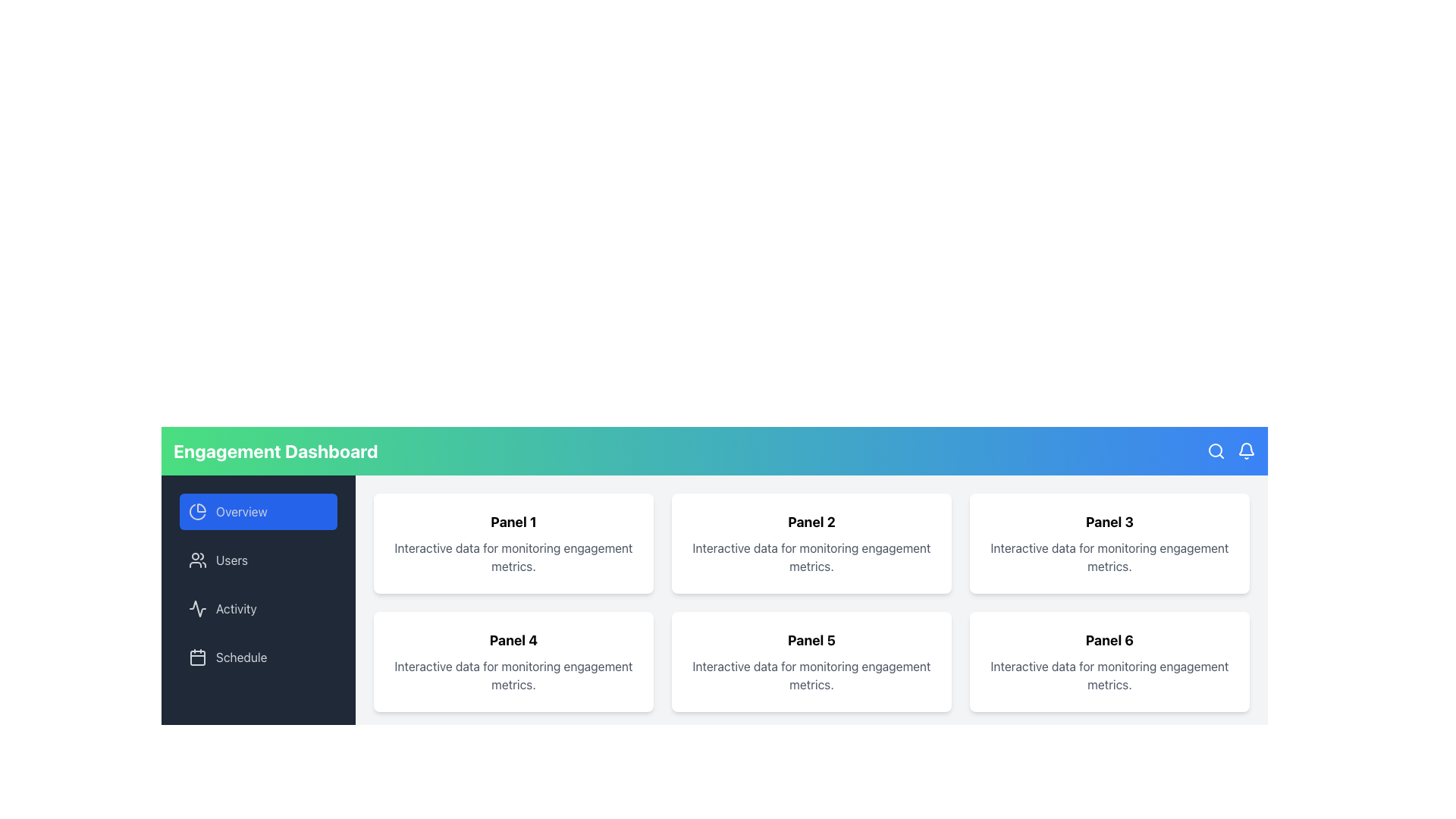 The image size is (1456, 819). Describe the element at coordinates (196, 607) in the screenshot. I see `the 'Activity' icon located in the third position of the vertical alignment in the left sidebar menu, representing the corresponding section of the application` at that location.